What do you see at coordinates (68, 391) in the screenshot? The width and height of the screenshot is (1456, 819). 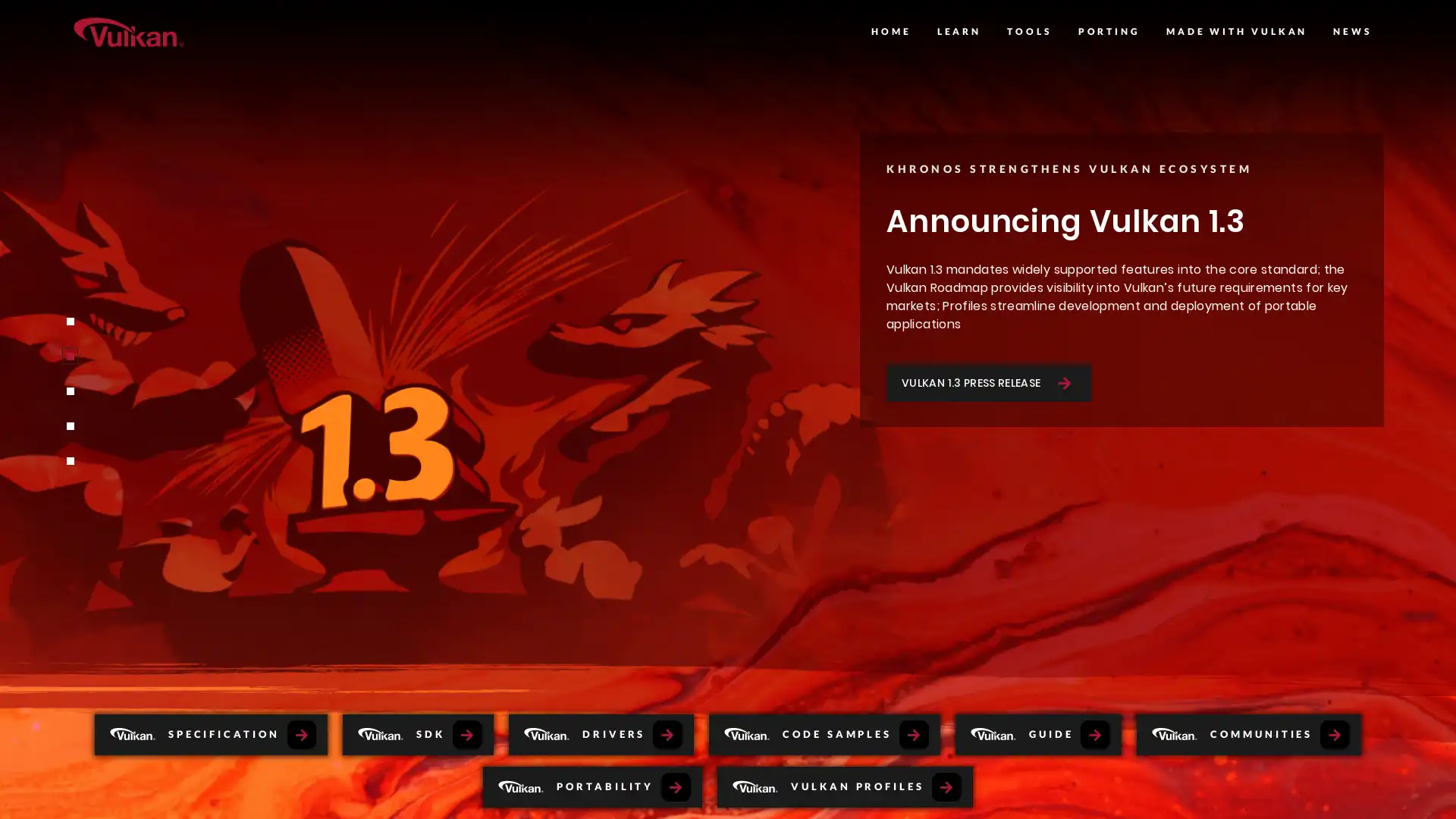 I see `3` at bounding box center [68, 391].